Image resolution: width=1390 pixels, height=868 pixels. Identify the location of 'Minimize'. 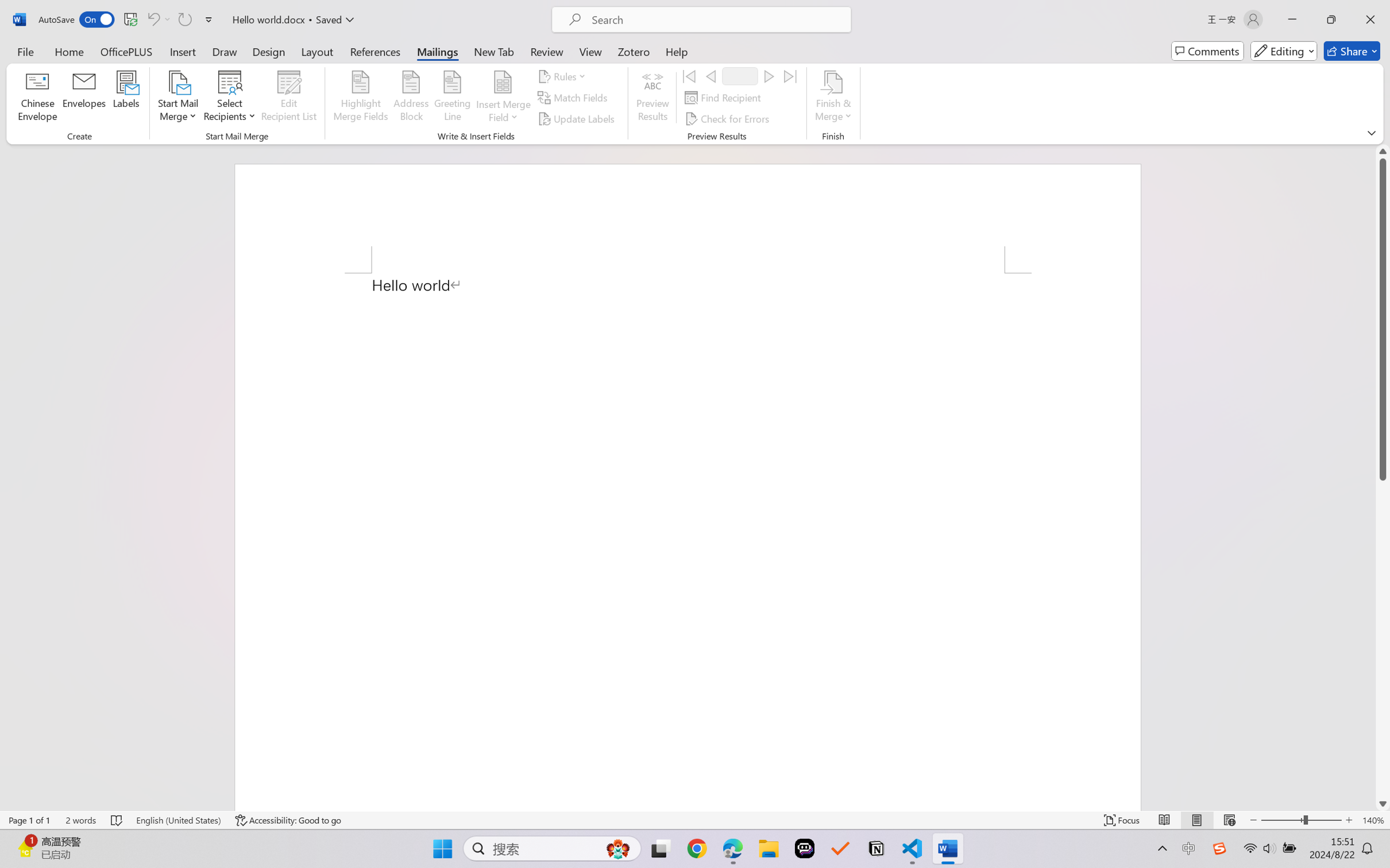
(1292, 19).